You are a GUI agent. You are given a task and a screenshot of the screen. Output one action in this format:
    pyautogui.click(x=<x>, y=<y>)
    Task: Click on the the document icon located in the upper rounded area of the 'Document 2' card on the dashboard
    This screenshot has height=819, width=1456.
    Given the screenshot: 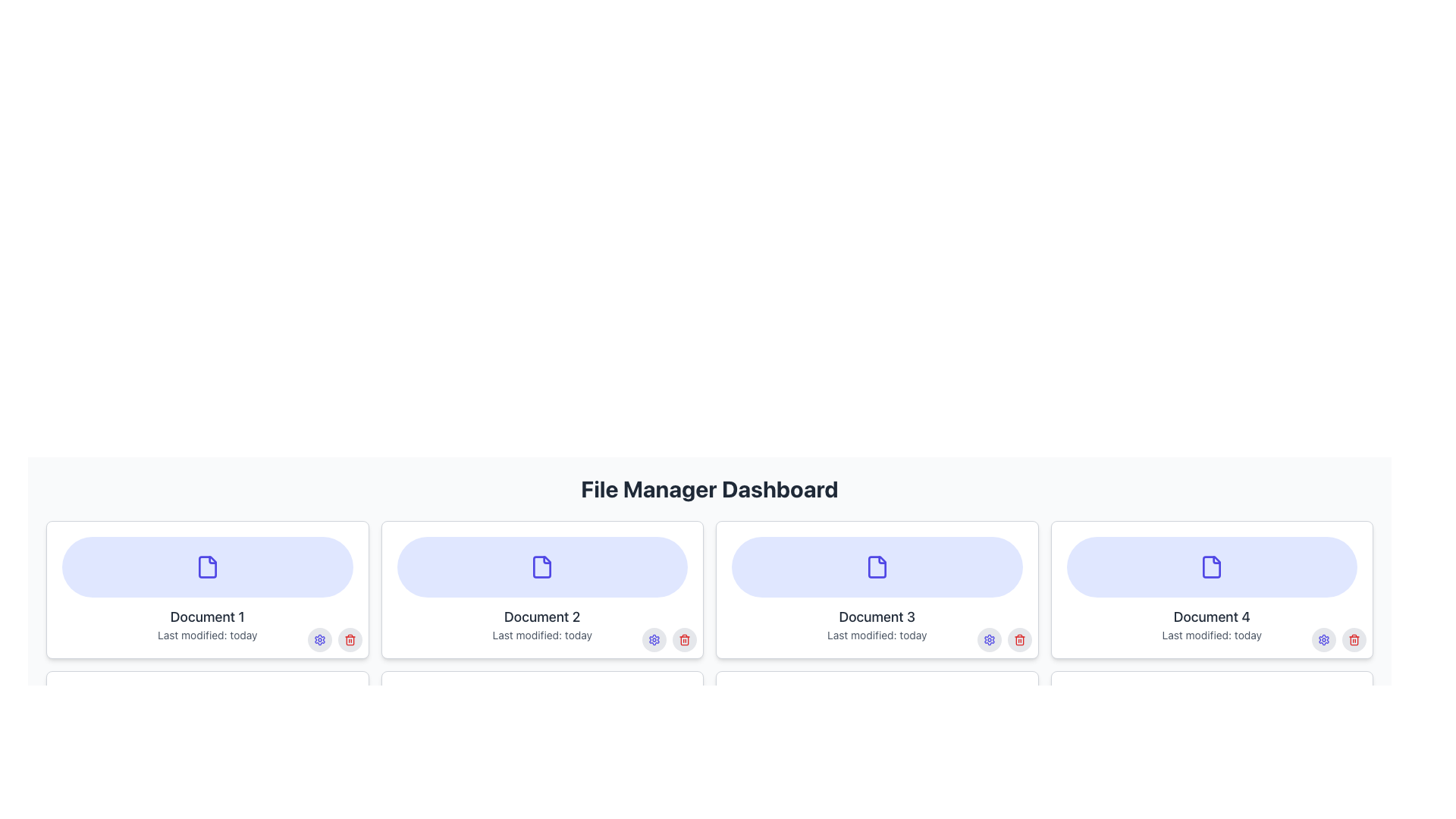 What is the action you would take?
    pyautogui.click(x=542, y=567)
    